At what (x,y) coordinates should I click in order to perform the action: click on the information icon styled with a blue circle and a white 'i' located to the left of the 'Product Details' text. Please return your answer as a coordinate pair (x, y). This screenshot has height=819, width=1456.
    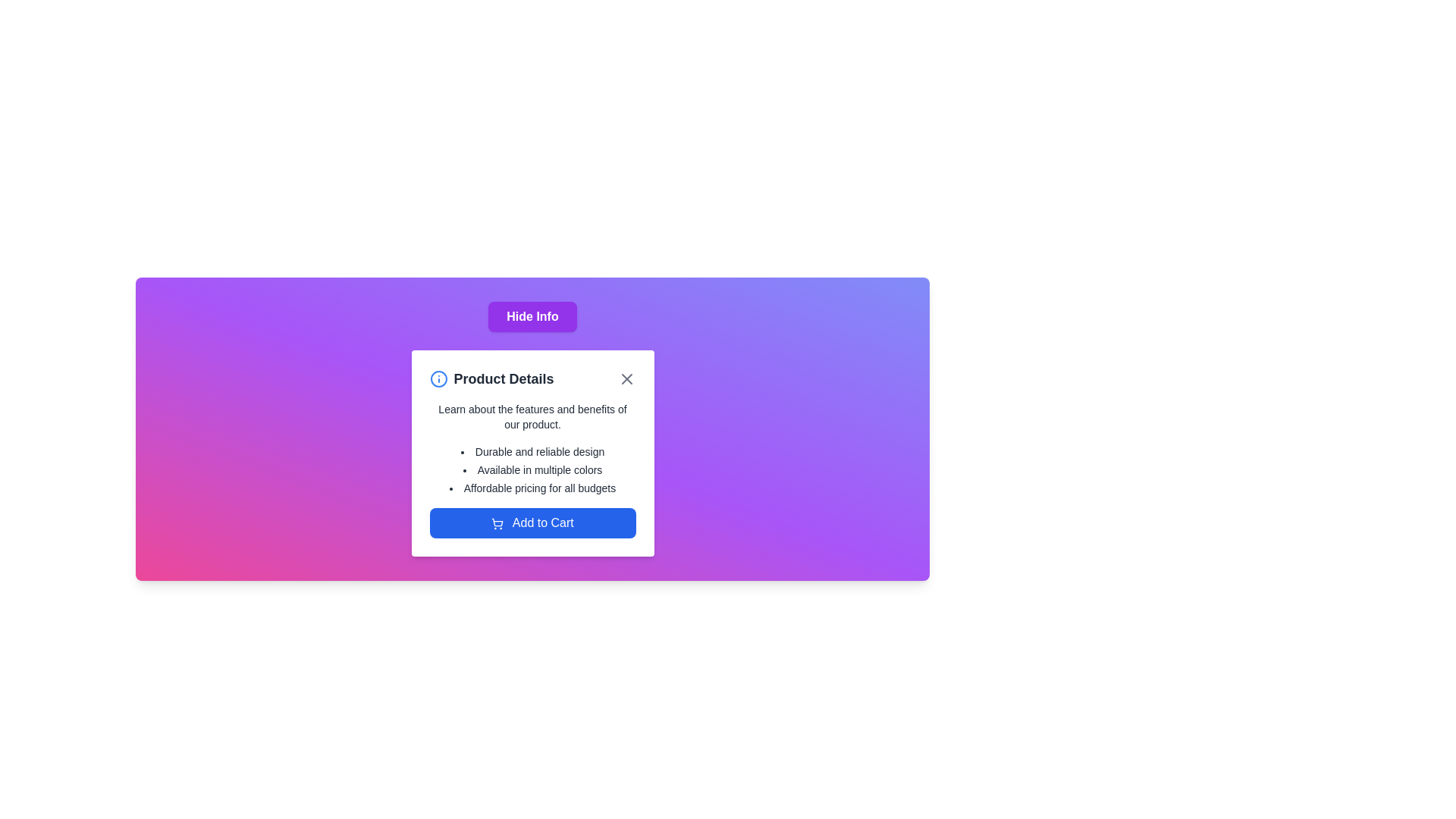
    Looking at the image, I should click on (438, 378).